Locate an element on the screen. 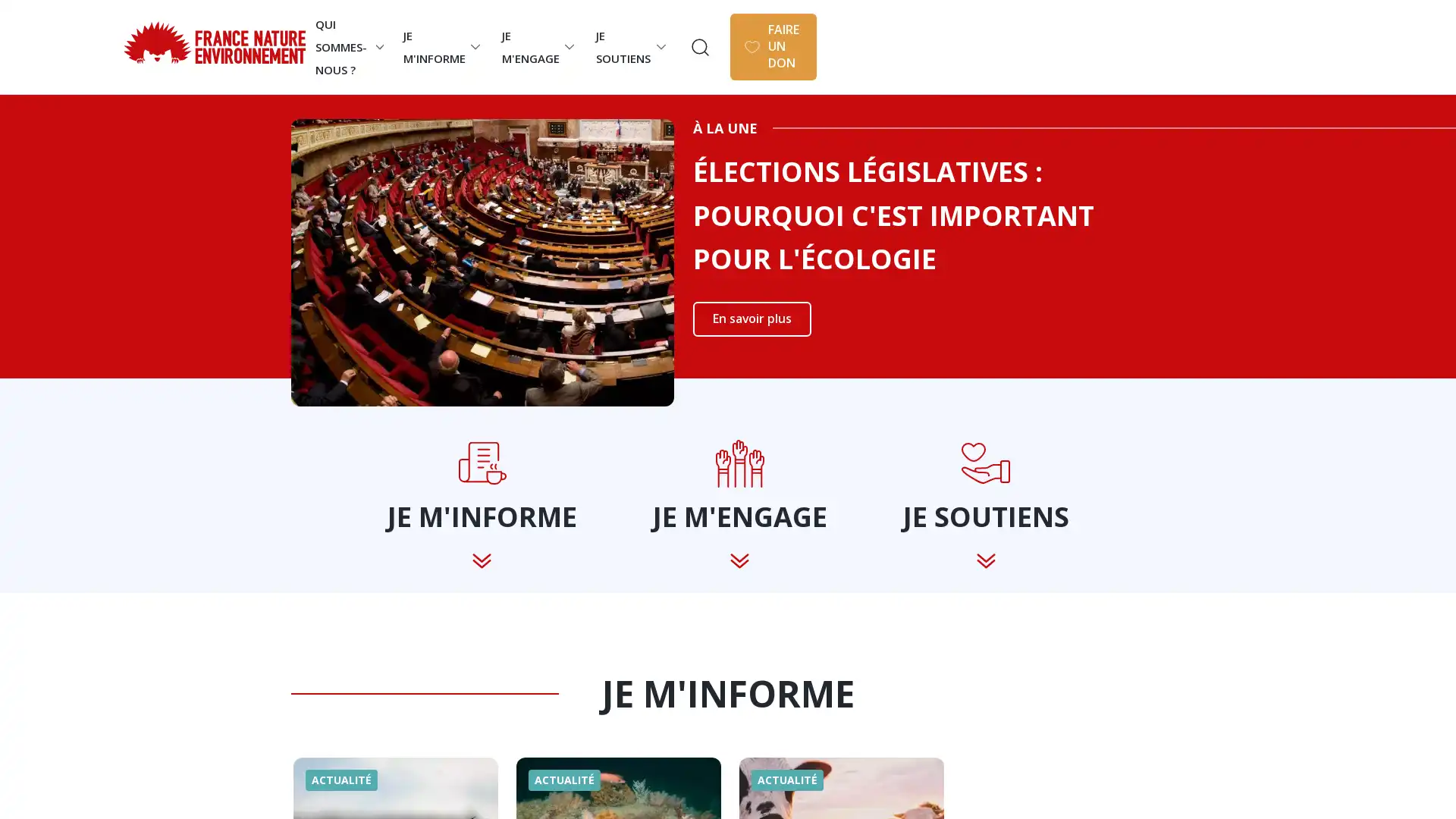 The width and height of the screenshot is (1456, 819). Fermer la recherche is located at coordinates (1401, 37).